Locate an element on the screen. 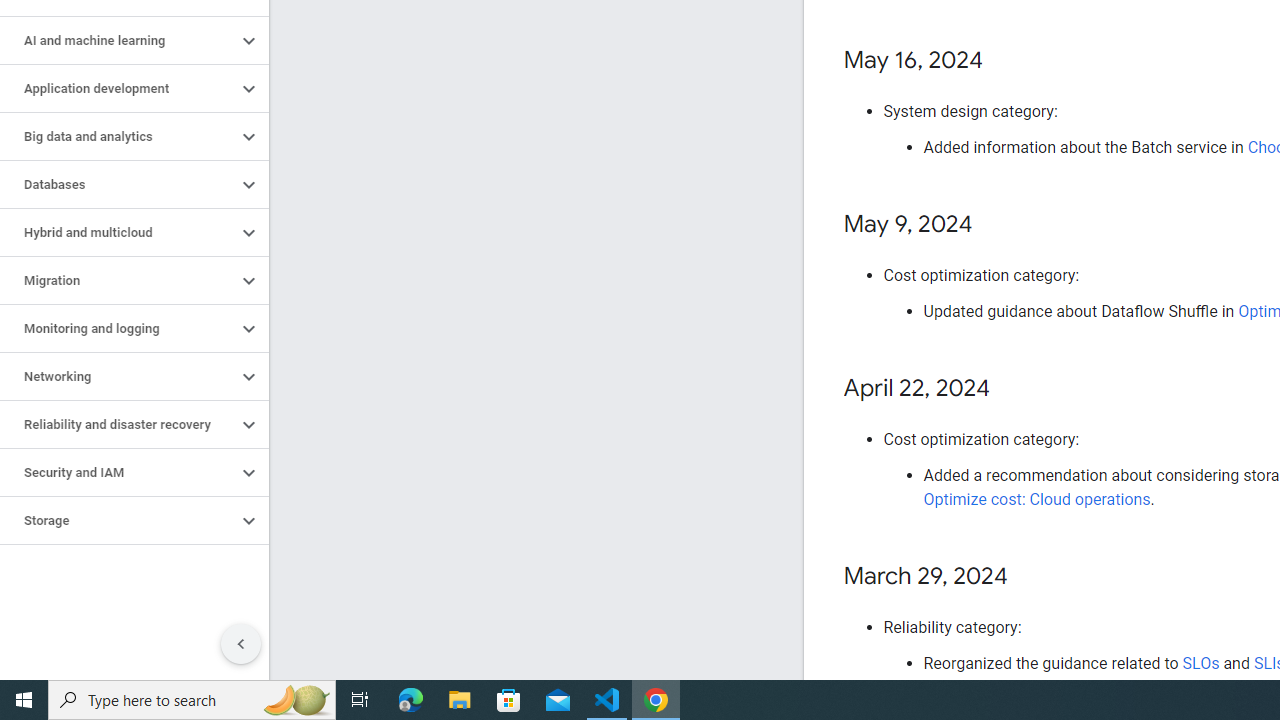 The image size is (1280, 720). 'Copy link to this section: March 29, 2024' is located at coordinates (1027, 577).